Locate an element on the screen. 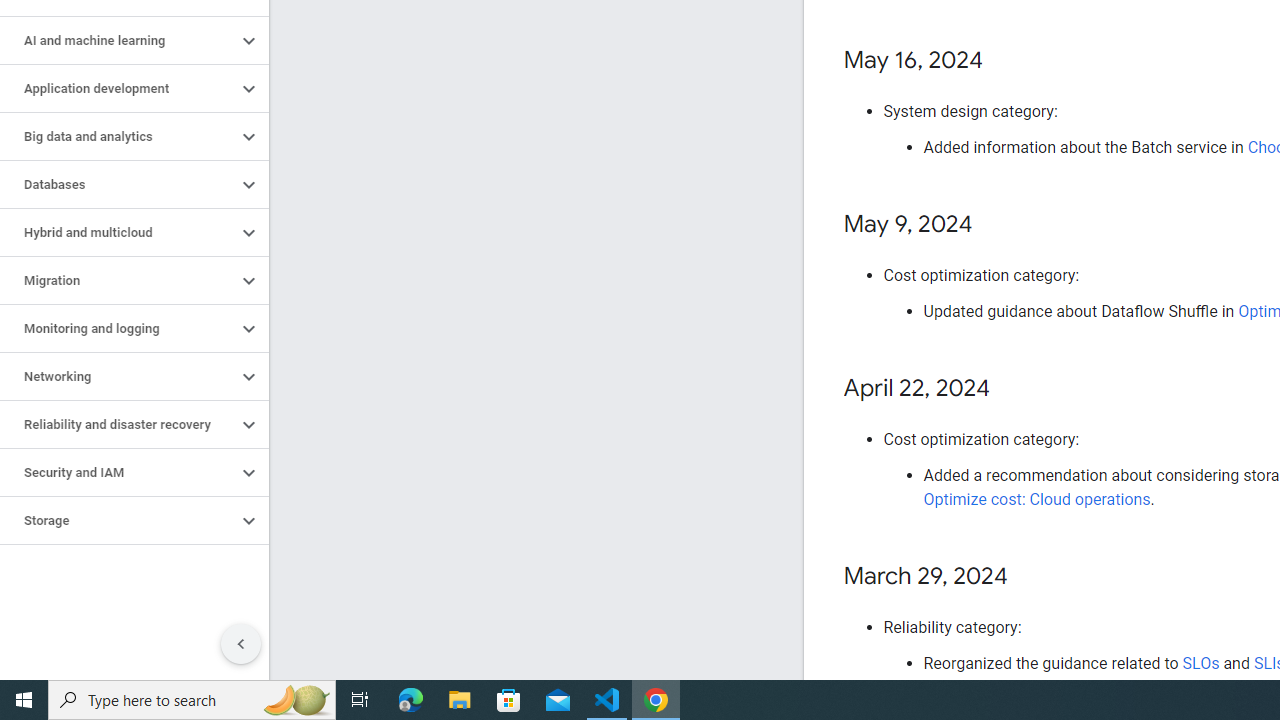 The image size is (1280, 720). 'Copy link to this section: March 29, 2024' is located at coordinates (1027, 577).